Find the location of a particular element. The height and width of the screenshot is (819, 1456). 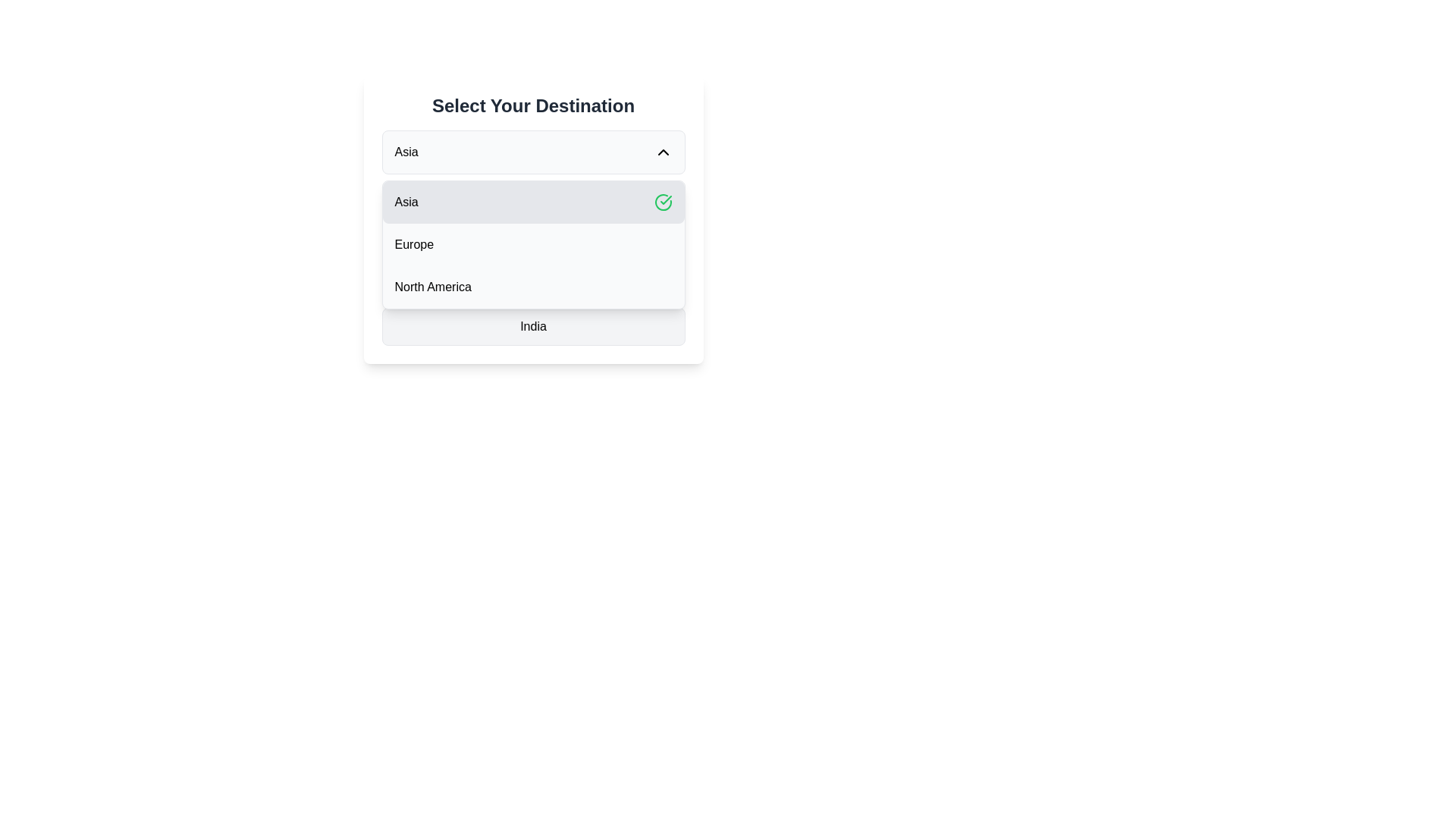

the dropdown menu labeled 'Select Your Destination' is located at coordinates (533, 244).